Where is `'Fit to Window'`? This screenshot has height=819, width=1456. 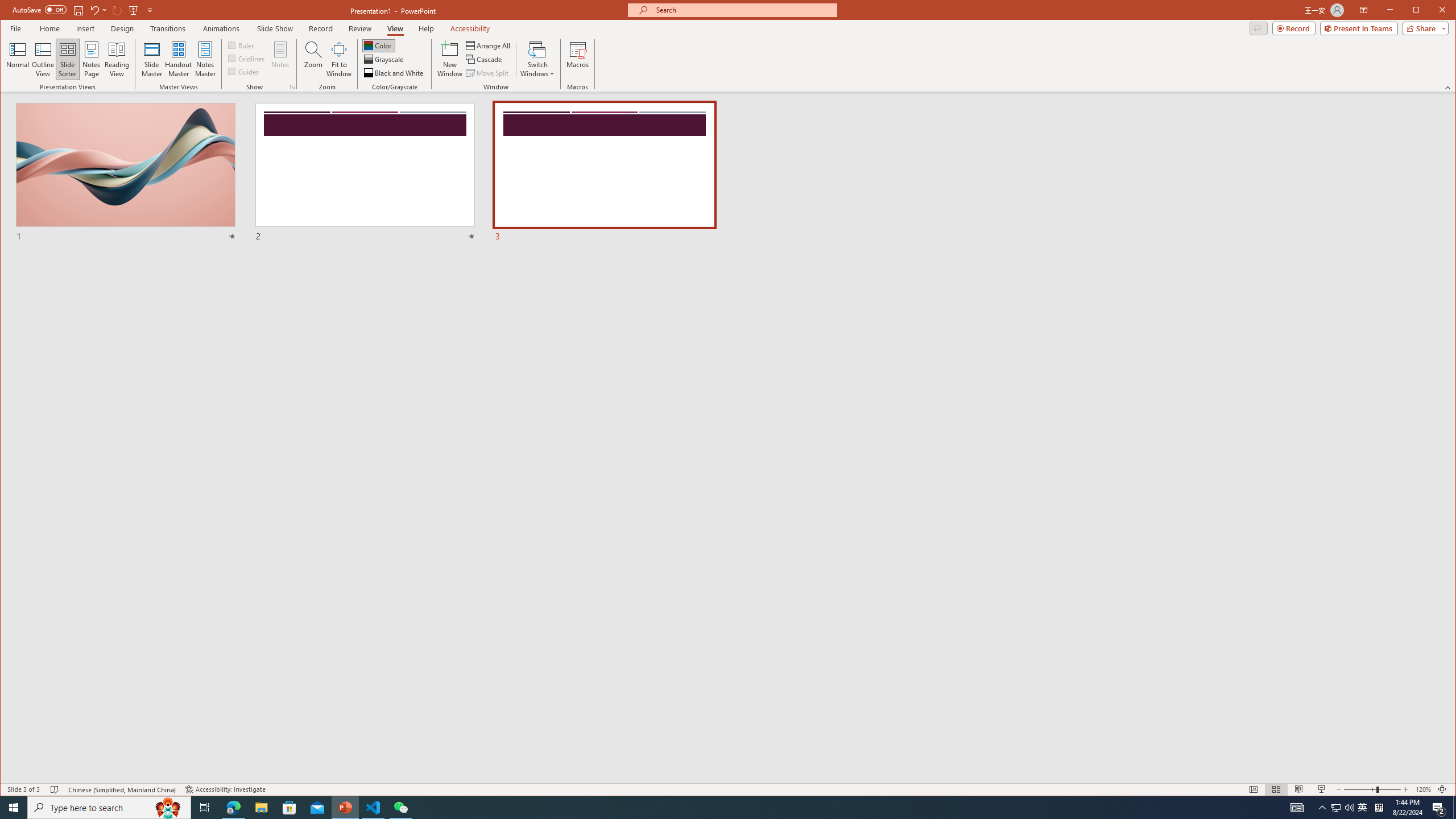
'Fit to Window' is located at coordinates (338, 59).